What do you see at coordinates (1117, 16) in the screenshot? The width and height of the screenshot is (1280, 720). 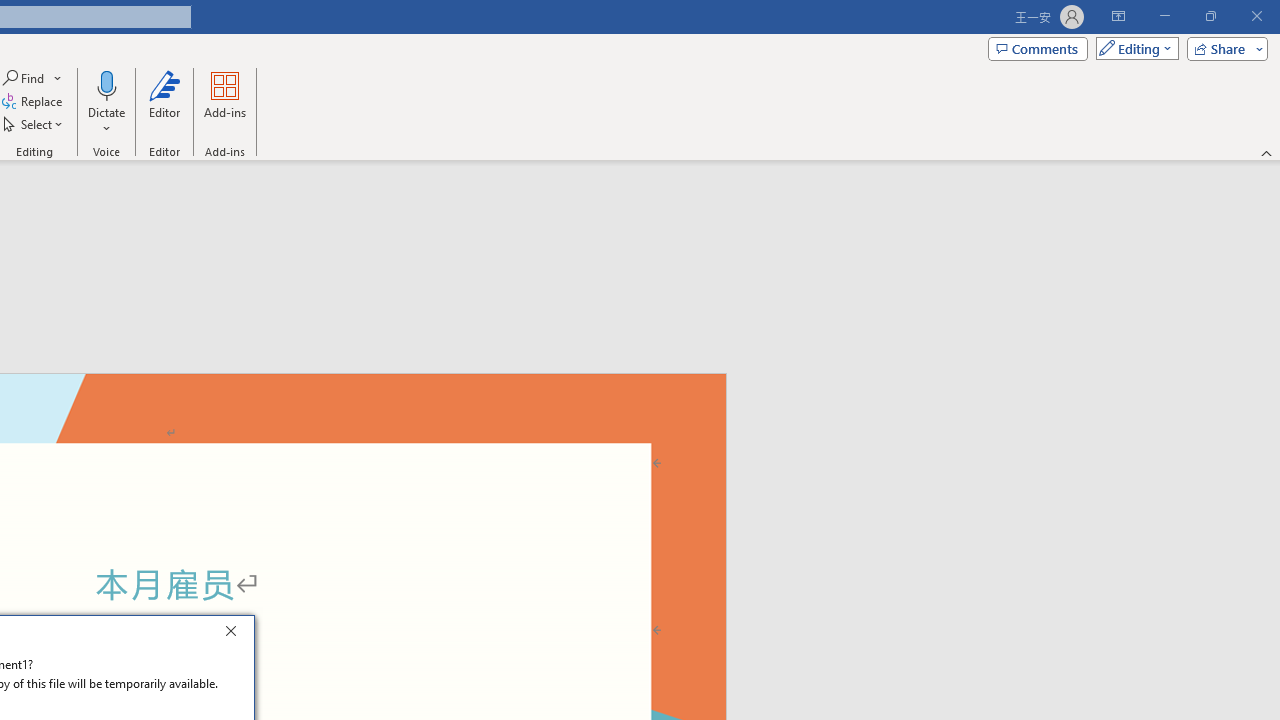 I see `'Ribbon Display Options'` at bounding box center [1117, 16].